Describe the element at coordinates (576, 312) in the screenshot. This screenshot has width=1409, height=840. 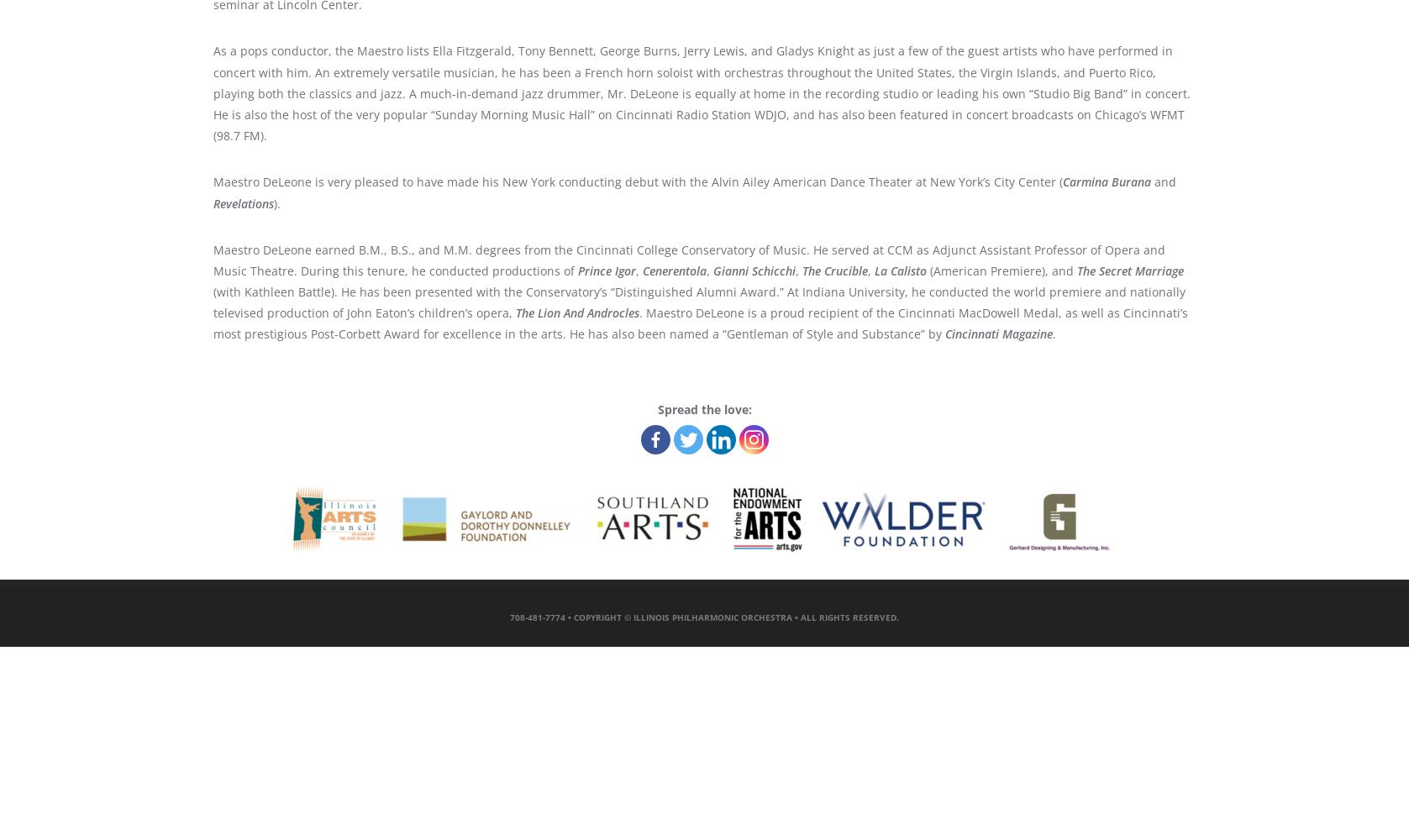
I see `'The Lion And Androcles'` at that location.